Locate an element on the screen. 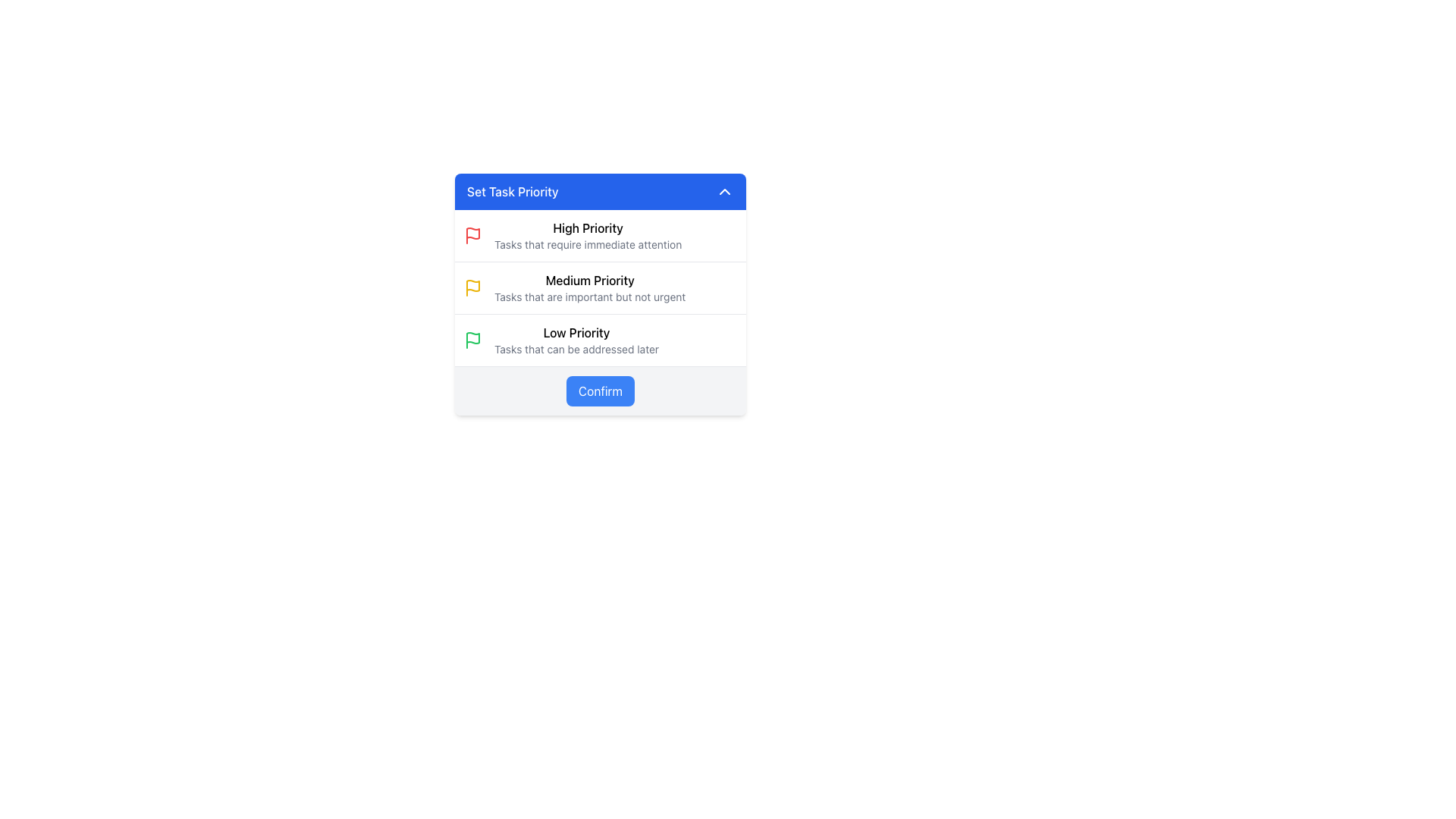 The height and width of the screenshot is (819, 1456). text on the 'High Priority' label in the 'Set Task Priority' modal, which is the first item in the vertically stacked list and aligned with a red flag icon is located at coordinates (587, 236).